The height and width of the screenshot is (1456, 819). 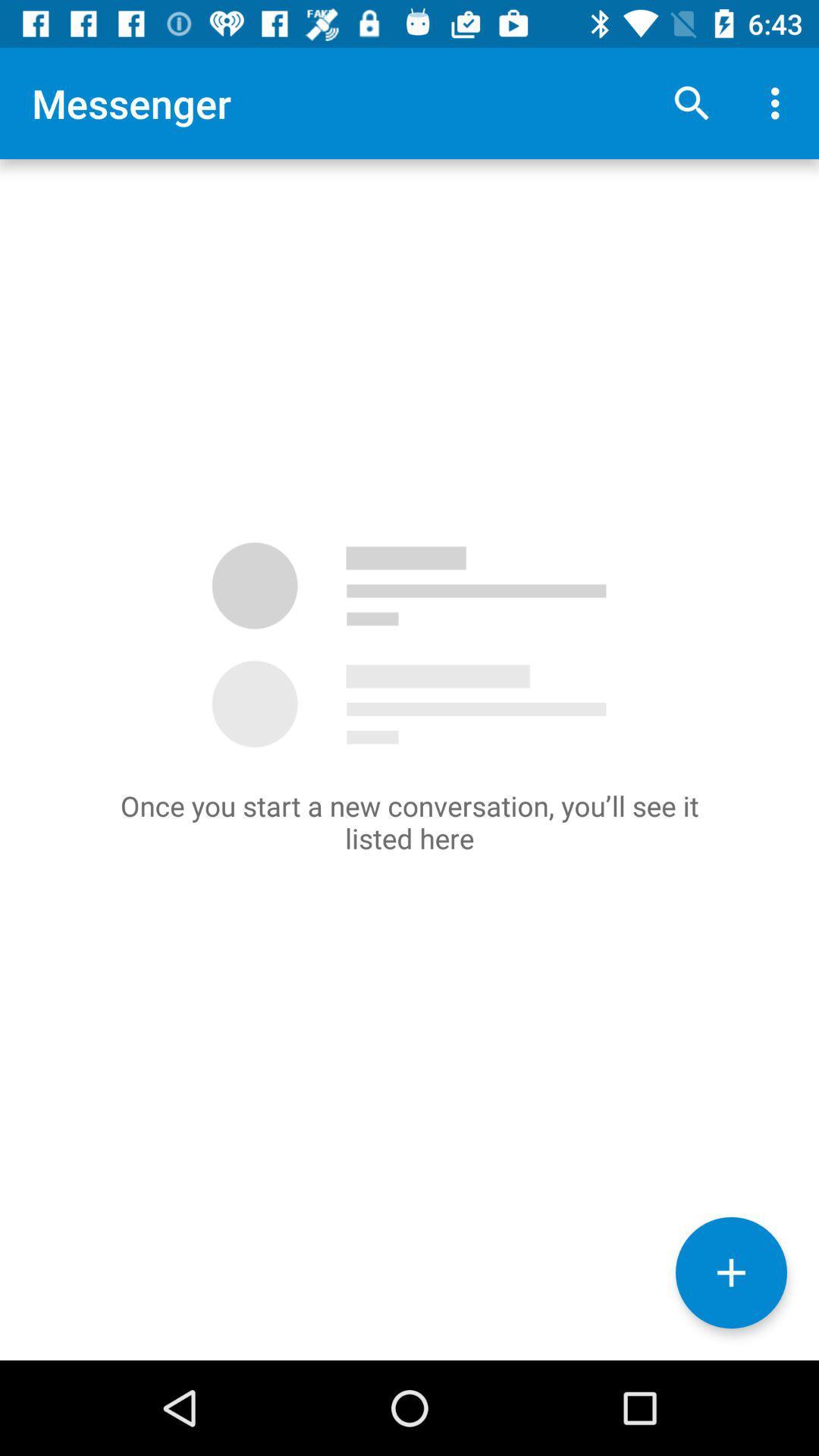 I want to click on the icon next to the messenger icon, so click(x=691, y=102).